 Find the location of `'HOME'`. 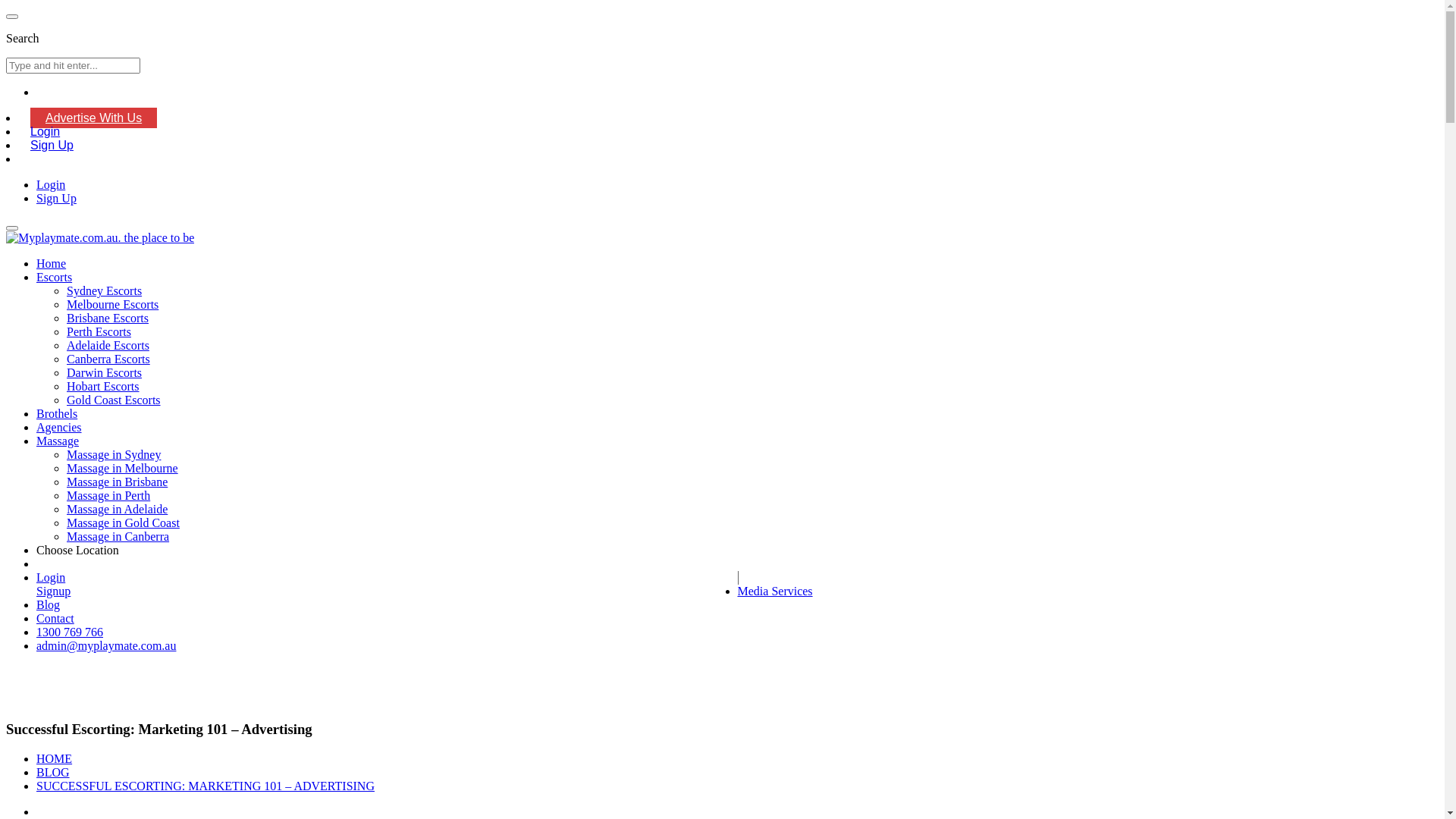

'HOME' is located at coordinates (54, 758).